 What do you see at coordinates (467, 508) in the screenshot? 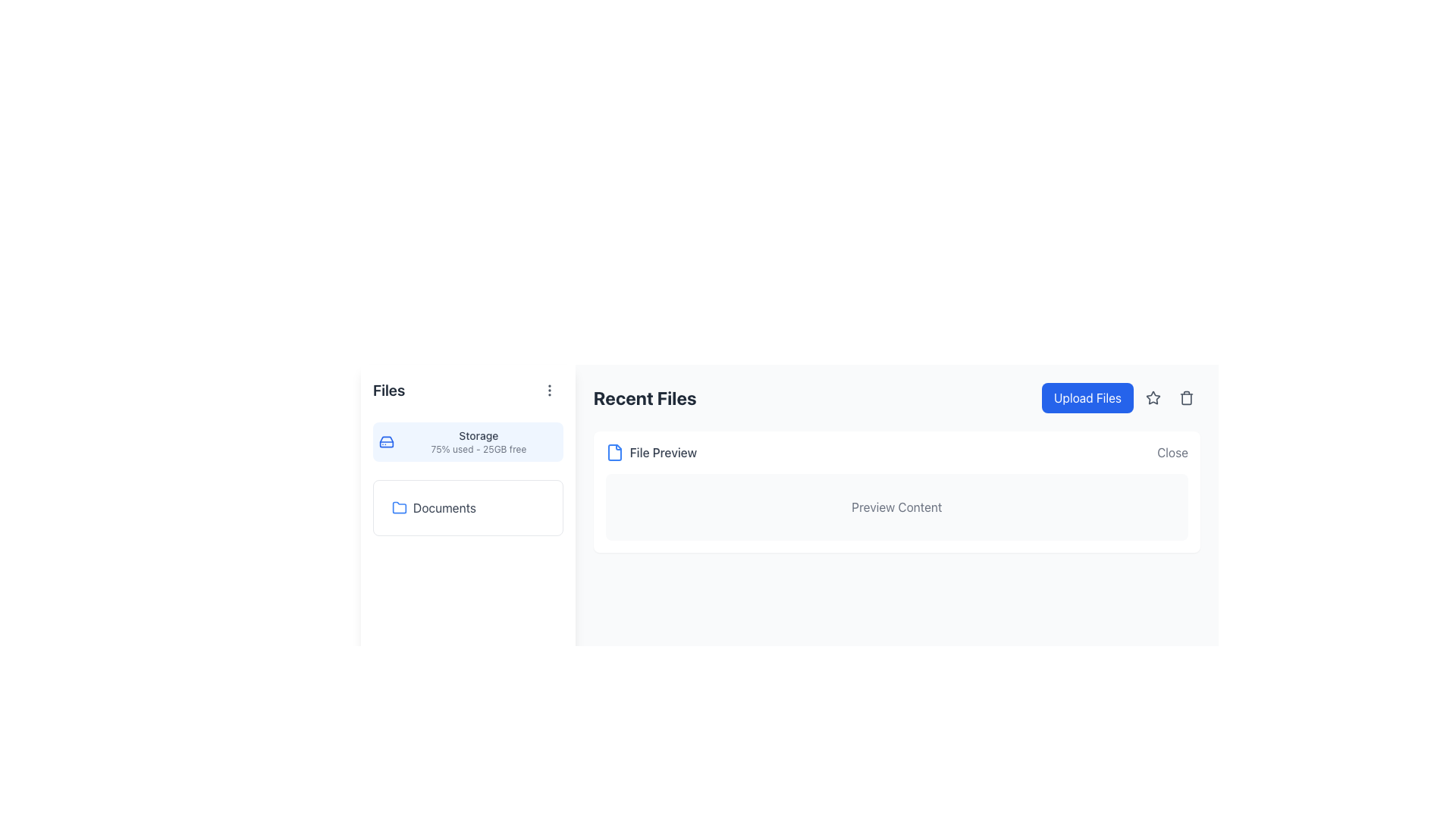
I see `the first clickable list entry in the left panel labeled 'Files'` at bounding box center [467, 508].